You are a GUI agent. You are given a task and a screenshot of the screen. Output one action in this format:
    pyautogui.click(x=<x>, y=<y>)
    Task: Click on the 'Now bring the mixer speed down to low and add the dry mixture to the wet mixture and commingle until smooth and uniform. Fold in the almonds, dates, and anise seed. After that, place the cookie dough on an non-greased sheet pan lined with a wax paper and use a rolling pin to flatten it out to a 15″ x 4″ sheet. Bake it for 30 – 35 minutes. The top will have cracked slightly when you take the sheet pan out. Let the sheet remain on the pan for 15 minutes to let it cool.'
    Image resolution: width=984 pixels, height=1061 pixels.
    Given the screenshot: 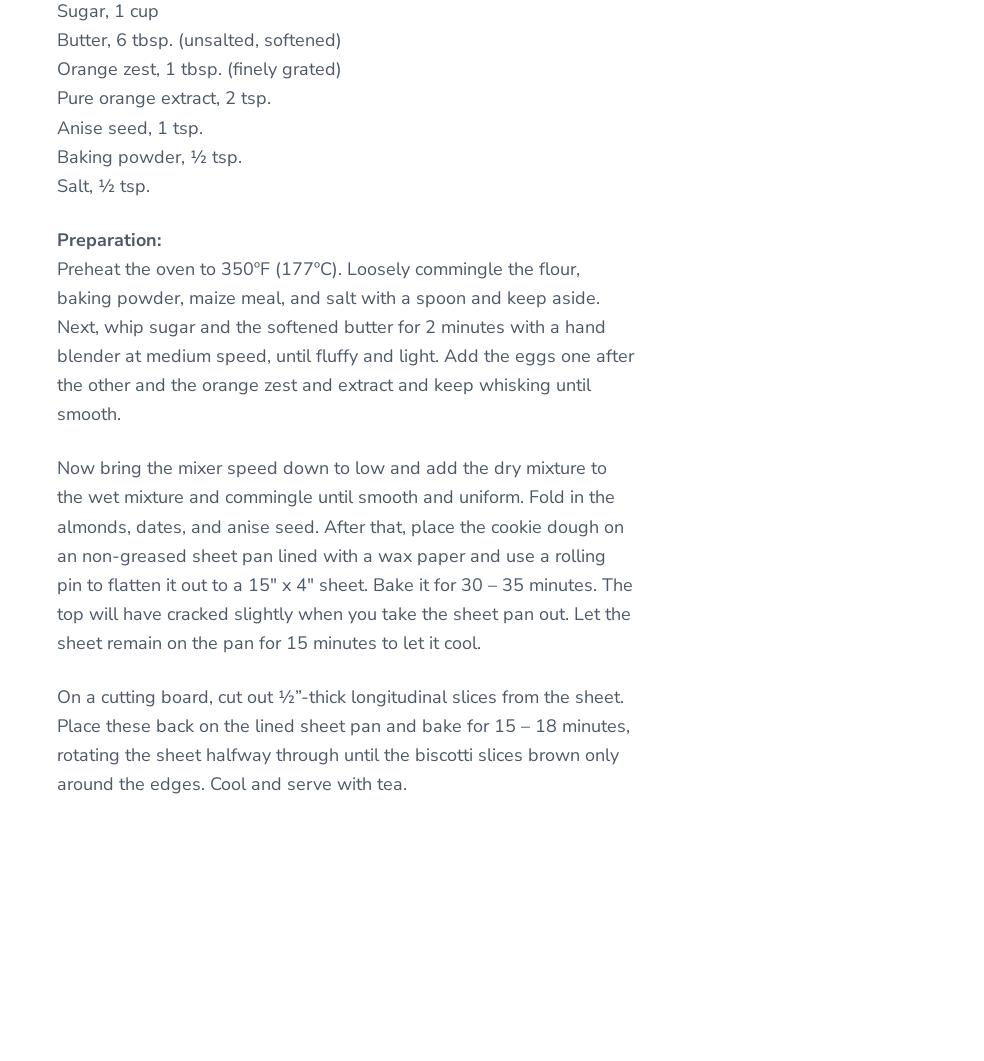 What is the action you would take?
    pyautogui.click(x=343, y=554)
    